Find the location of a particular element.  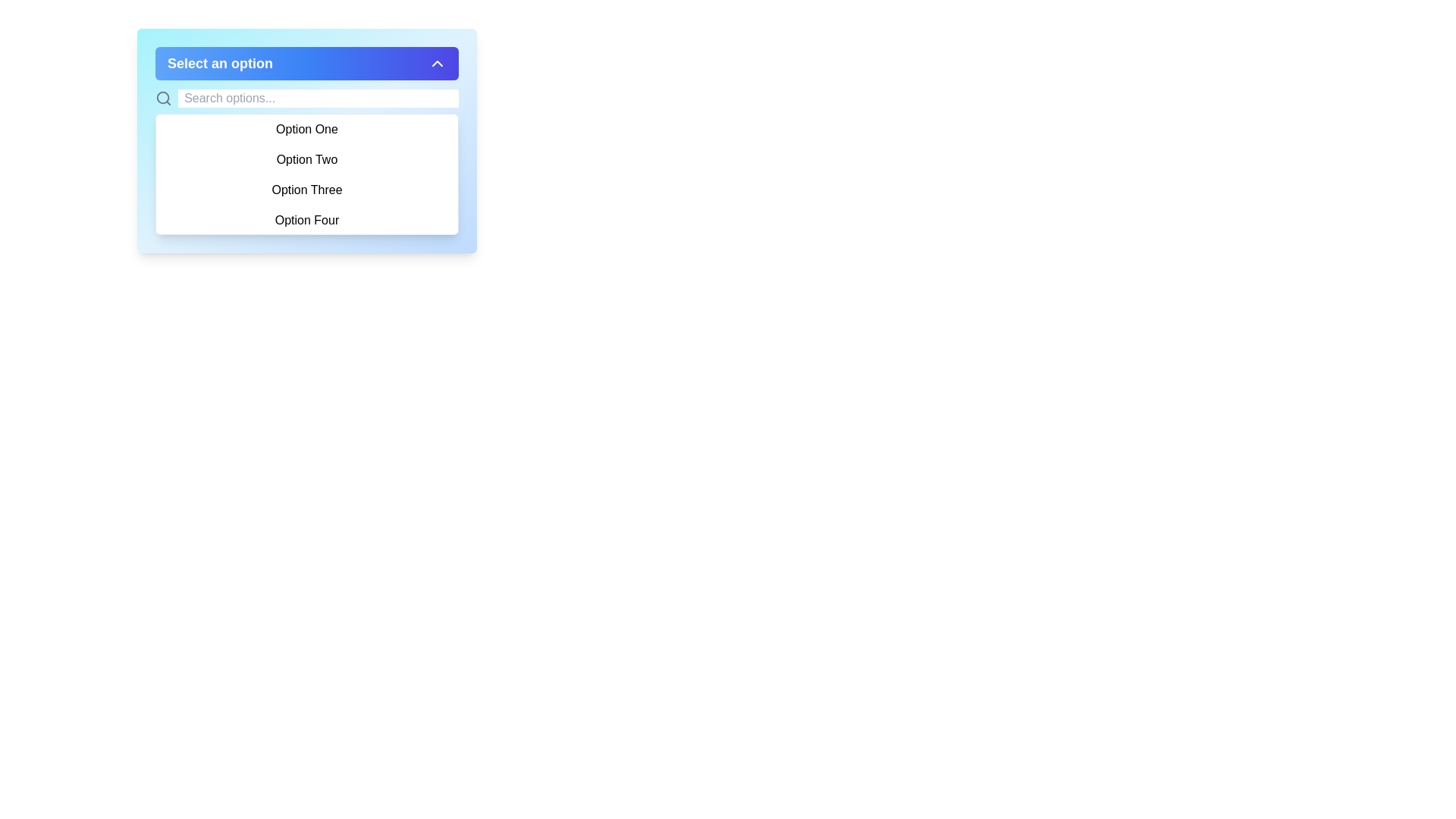

to select the 'Option Two' from the dropdown menu, which is the second option in the list is located at coordinates (306, 160).